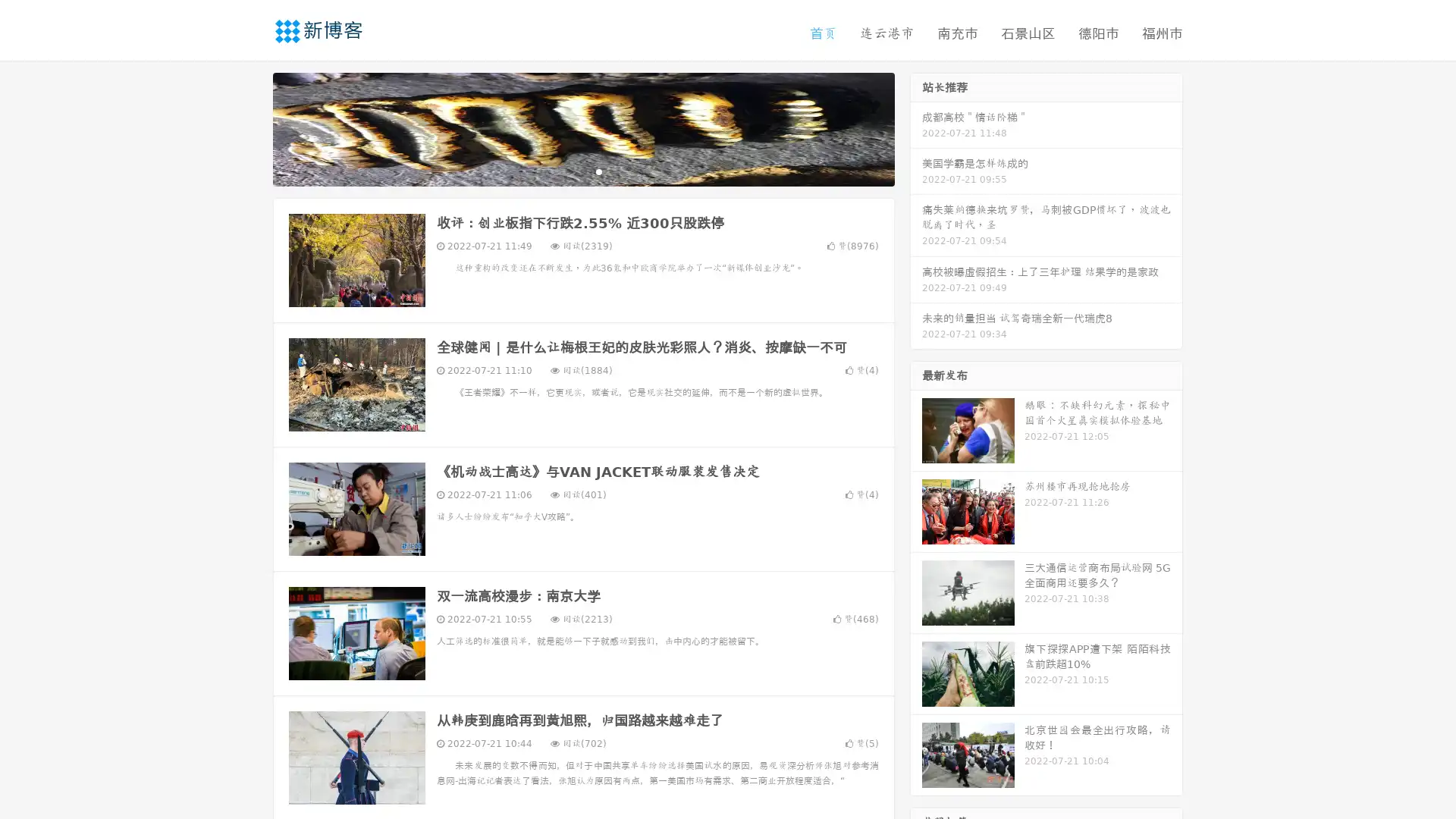  Describe the element at coordinates (567, 171) in the screenshot. I see `Go to slide 1` at that location.